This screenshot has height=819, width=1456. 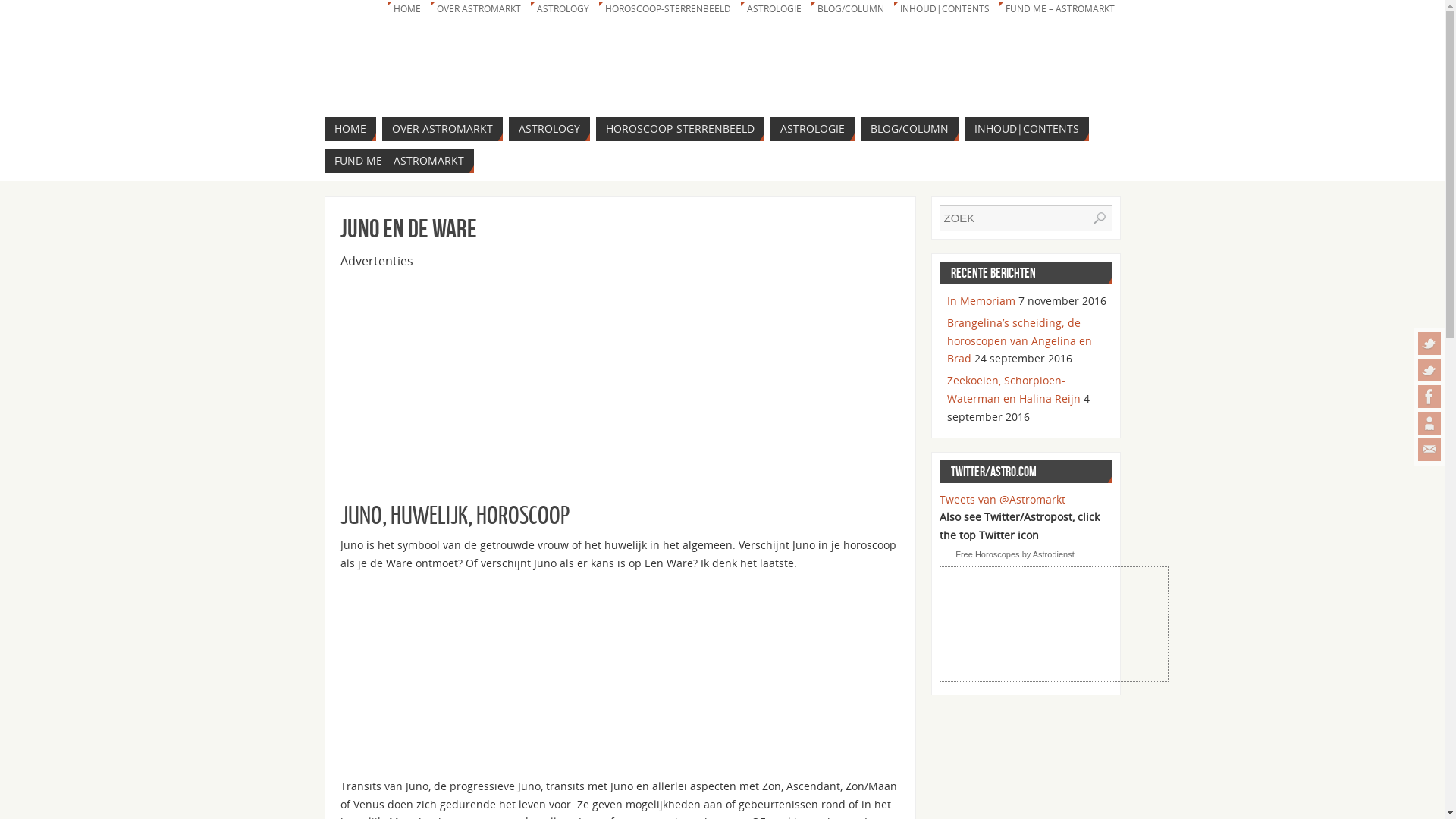 I want to click on 'Zeekoeien, Schorpioen-Waterman en Halina Reijn', so click(x=946, y=388).